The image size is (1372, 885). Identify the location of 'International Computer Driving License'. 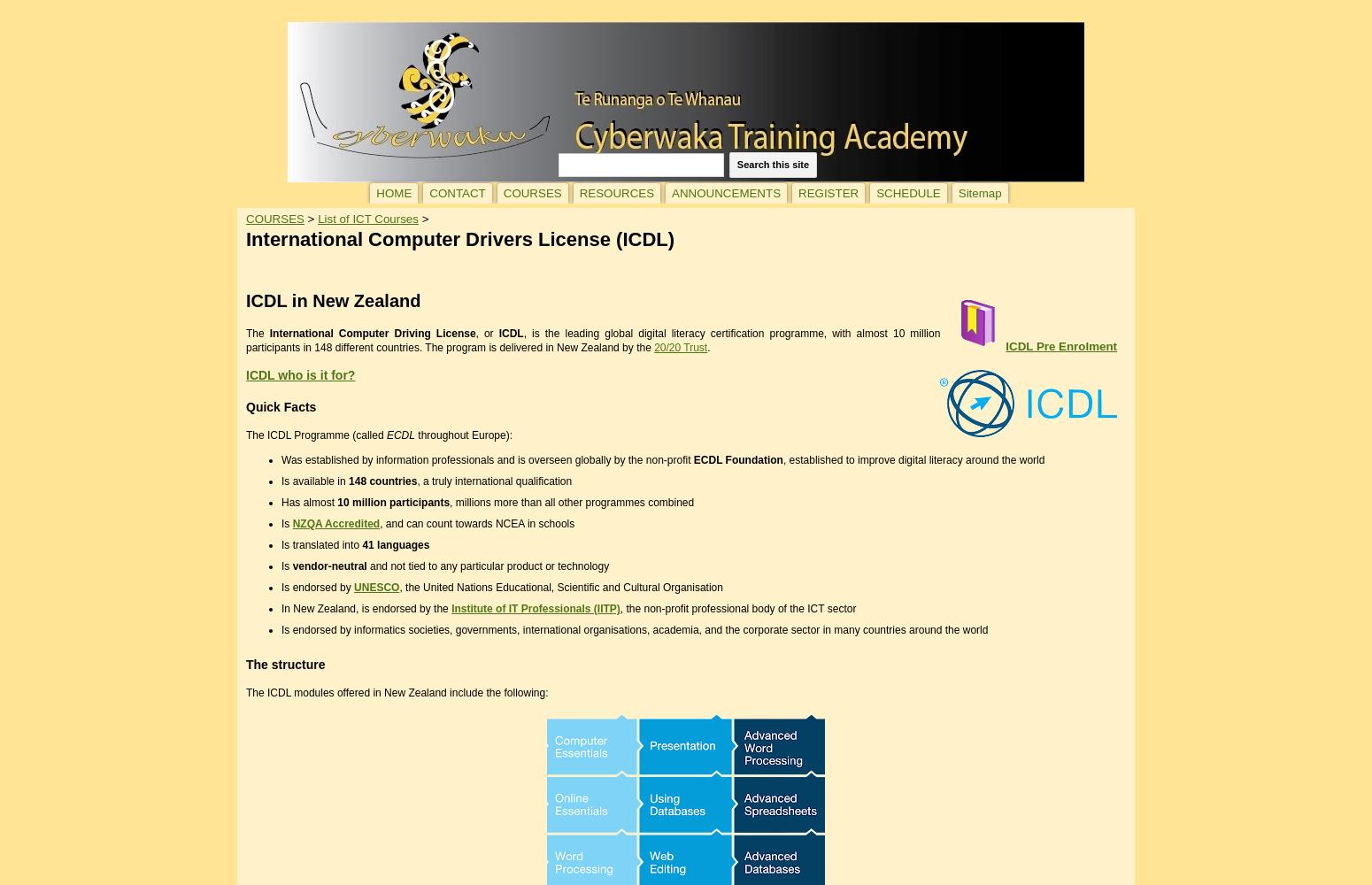
(372, 333).